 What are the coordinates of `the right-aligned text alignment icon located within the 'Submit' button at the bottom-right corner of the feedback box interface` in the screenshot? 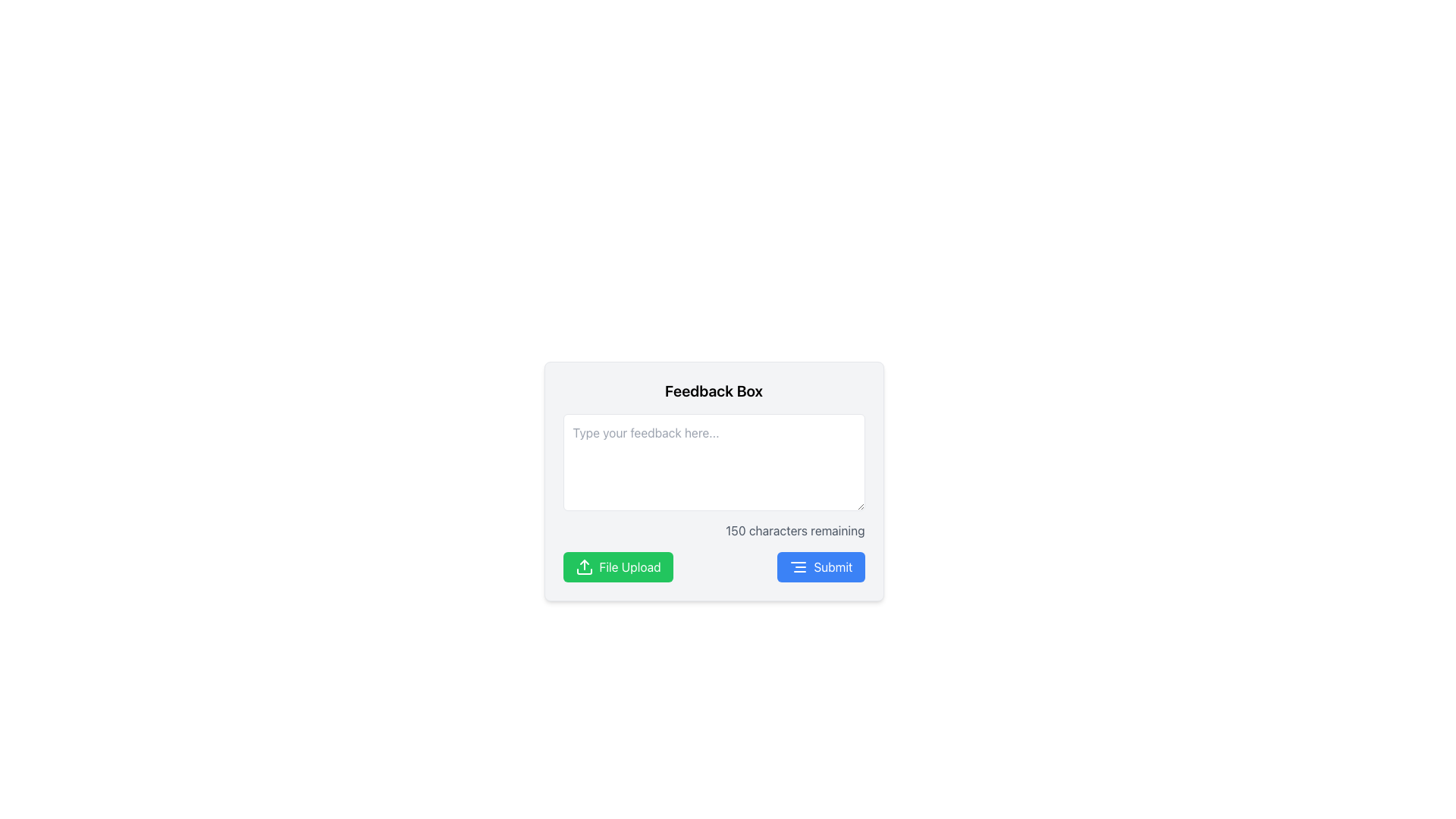 It's located at (798, 567).